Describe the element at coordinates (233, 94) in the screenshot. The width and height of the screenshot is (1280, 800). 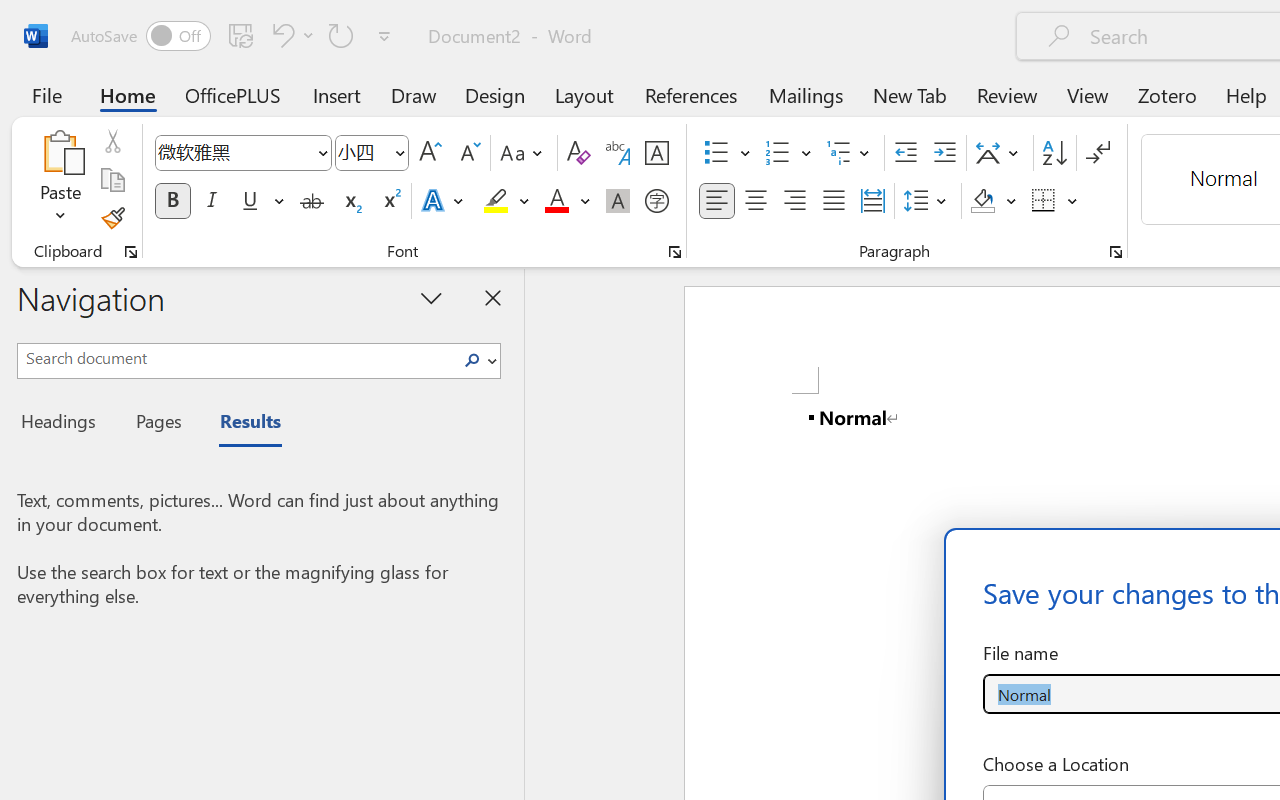
I see `'OfficePLUS'` at that location.